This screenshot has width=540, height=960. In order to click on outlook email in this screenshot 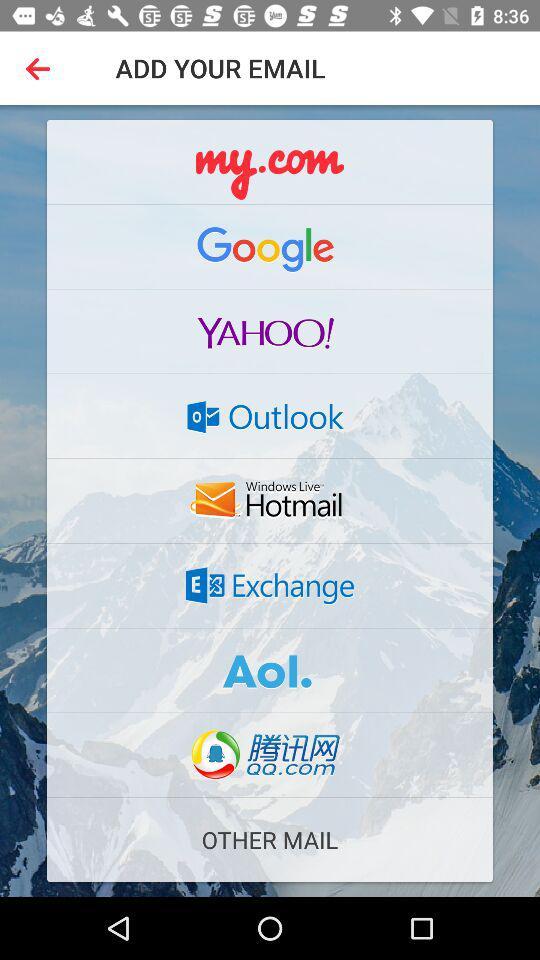, I will do `click(270, 415)`.